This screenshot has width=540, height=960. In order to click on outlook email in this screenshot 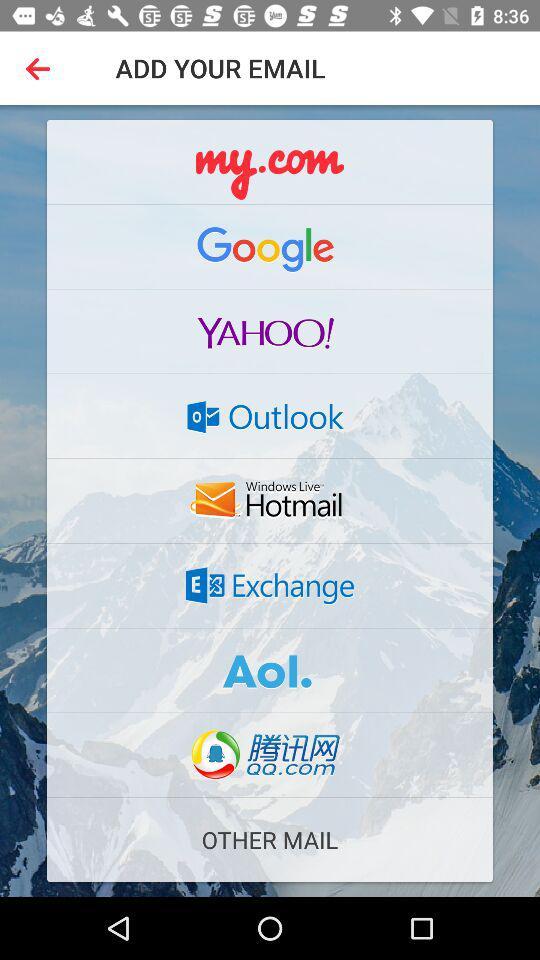, I will do `click(270, 415)`.